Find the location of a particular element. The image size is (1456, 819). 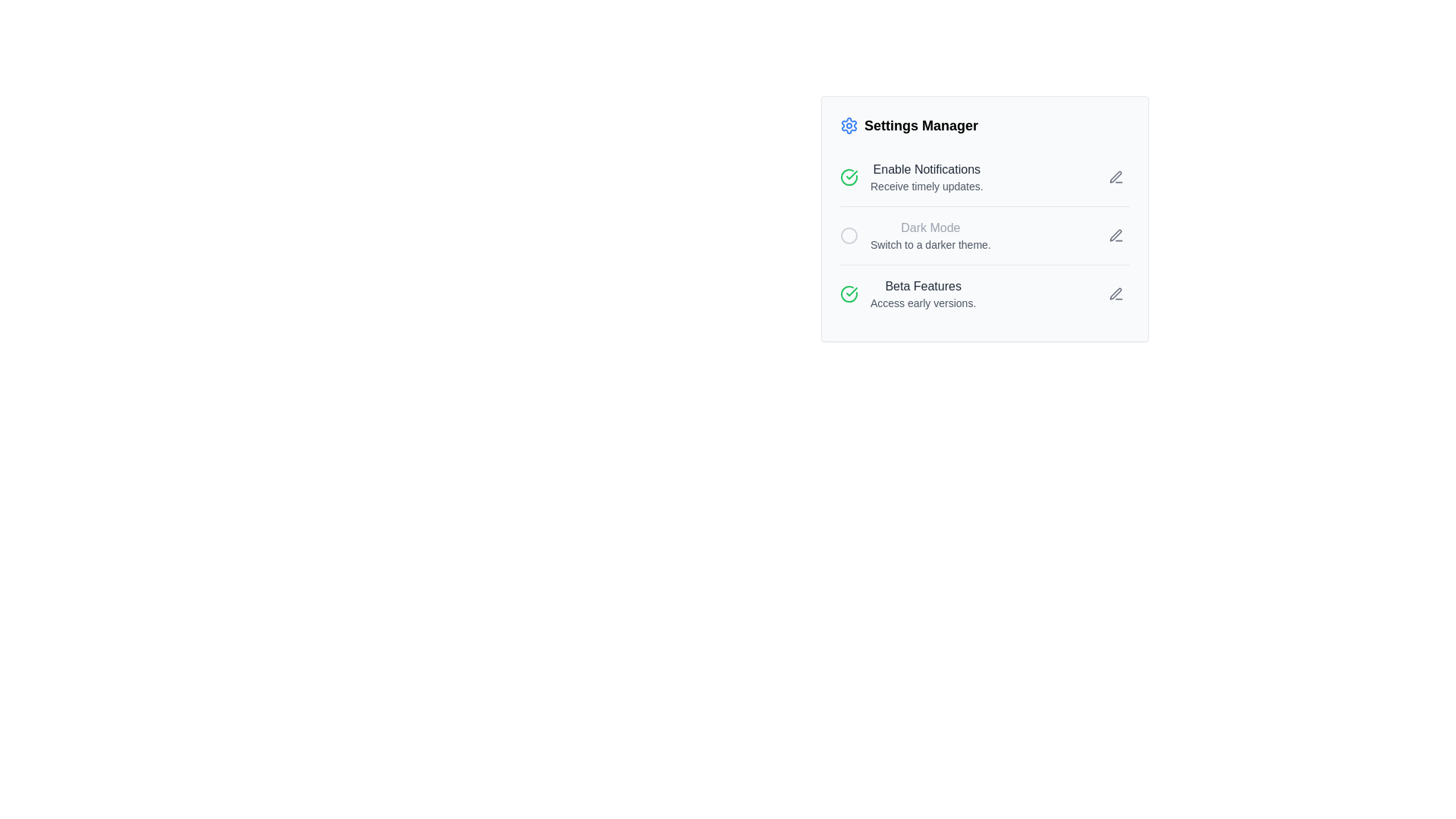

the explanatory text label for the 'Dark Mode' setting located directly beneath the 'Dark Mode' title in the settings panel is located at coordinates (930, 244).